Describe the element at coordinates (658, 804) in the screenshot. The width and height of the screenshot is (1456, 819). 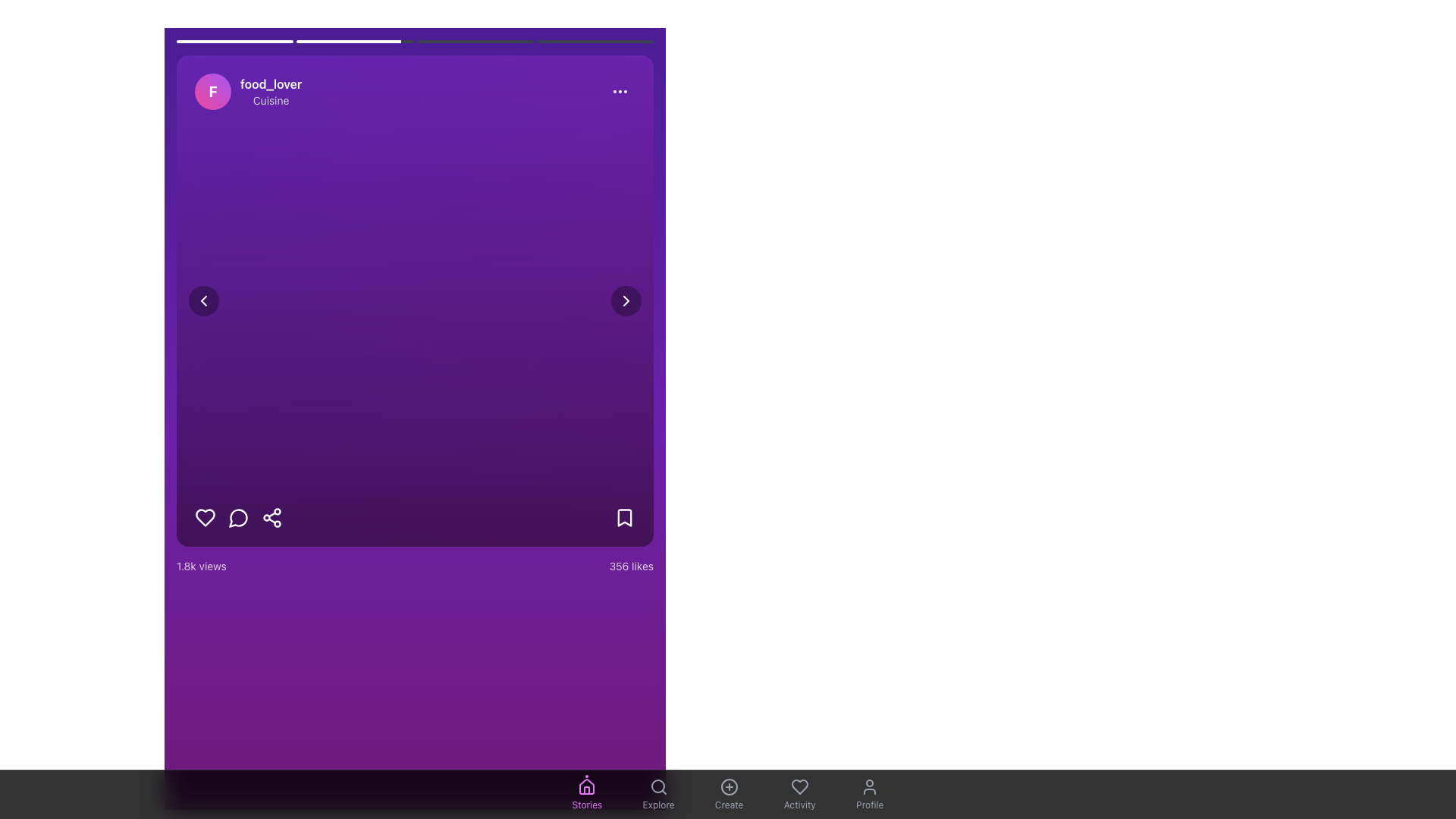
I see `the small-sized text label displaying 'Explore' in lowercase letters, which transitions from gray to fuchsia when hovered, located at the bottom of the user interface in the navigation bar` at that location.